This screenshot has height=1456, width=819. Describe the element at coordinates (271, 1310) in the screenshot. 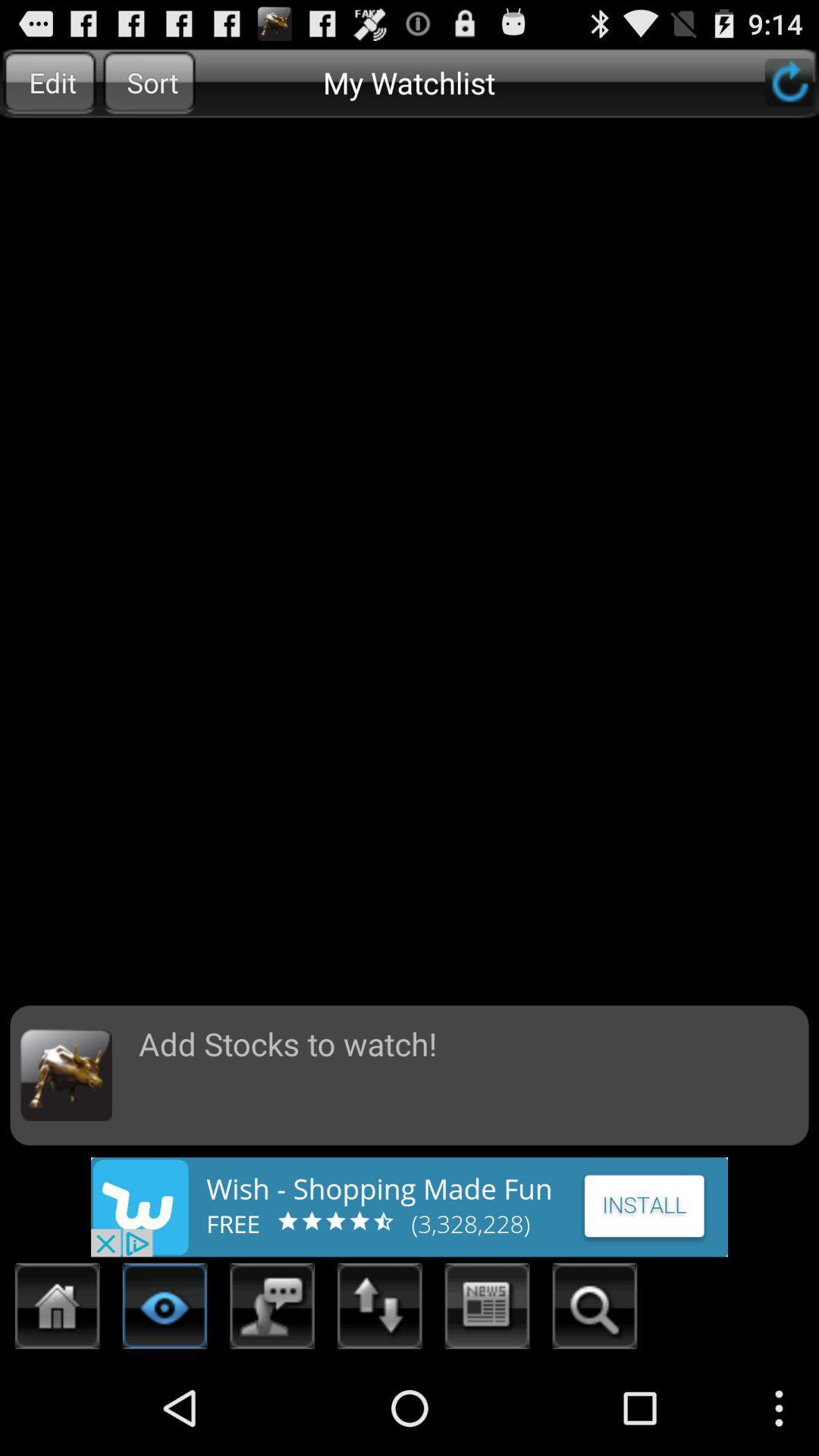

I see `chat with others` at that location.